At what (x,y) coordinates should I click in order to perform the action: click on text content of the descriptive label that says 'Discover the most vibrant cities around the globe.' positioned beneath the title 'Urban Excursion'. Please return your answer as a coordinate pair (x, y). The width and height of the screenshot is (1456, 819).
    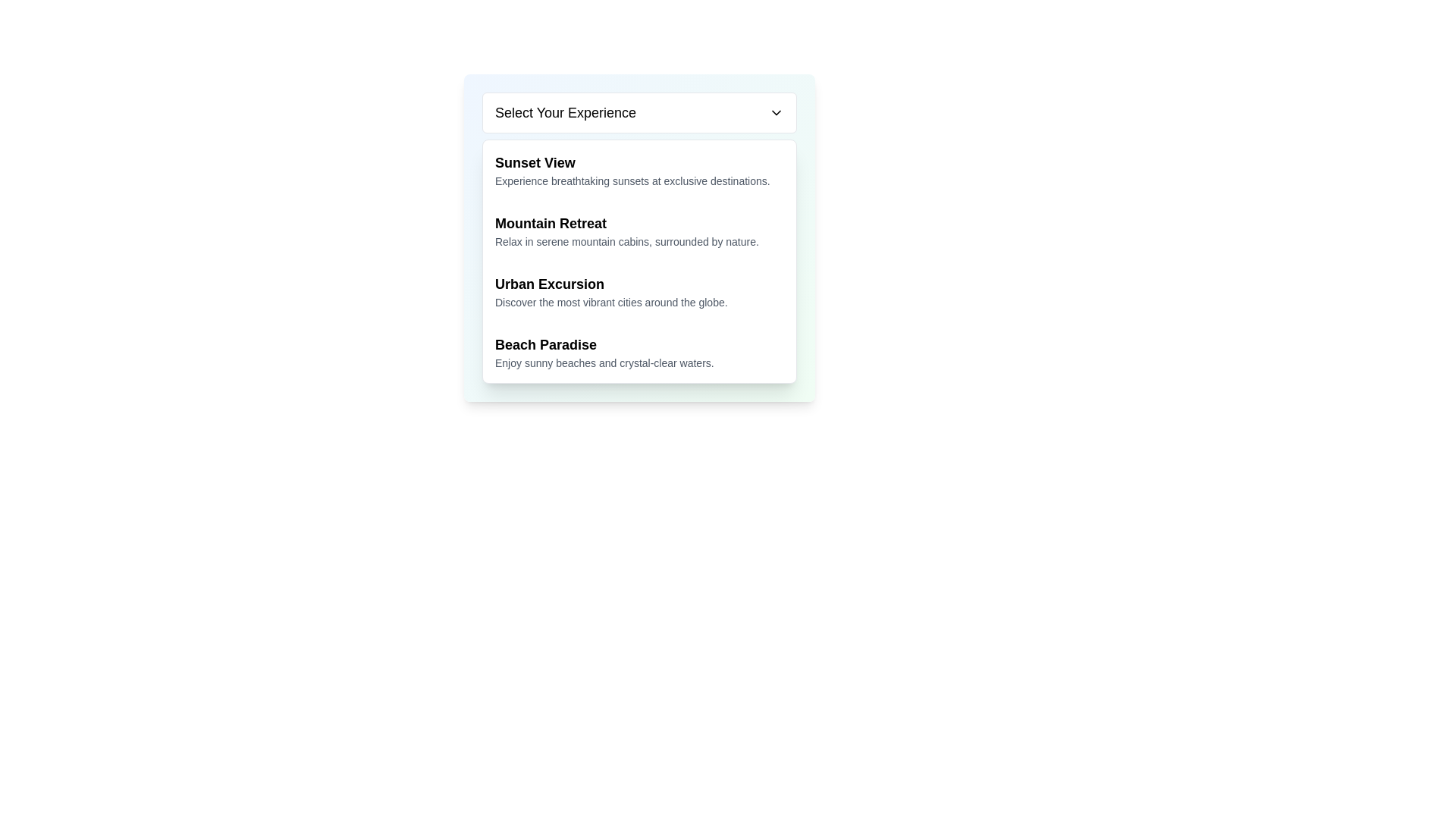
    Looking at the image, I should click on (639, 302).